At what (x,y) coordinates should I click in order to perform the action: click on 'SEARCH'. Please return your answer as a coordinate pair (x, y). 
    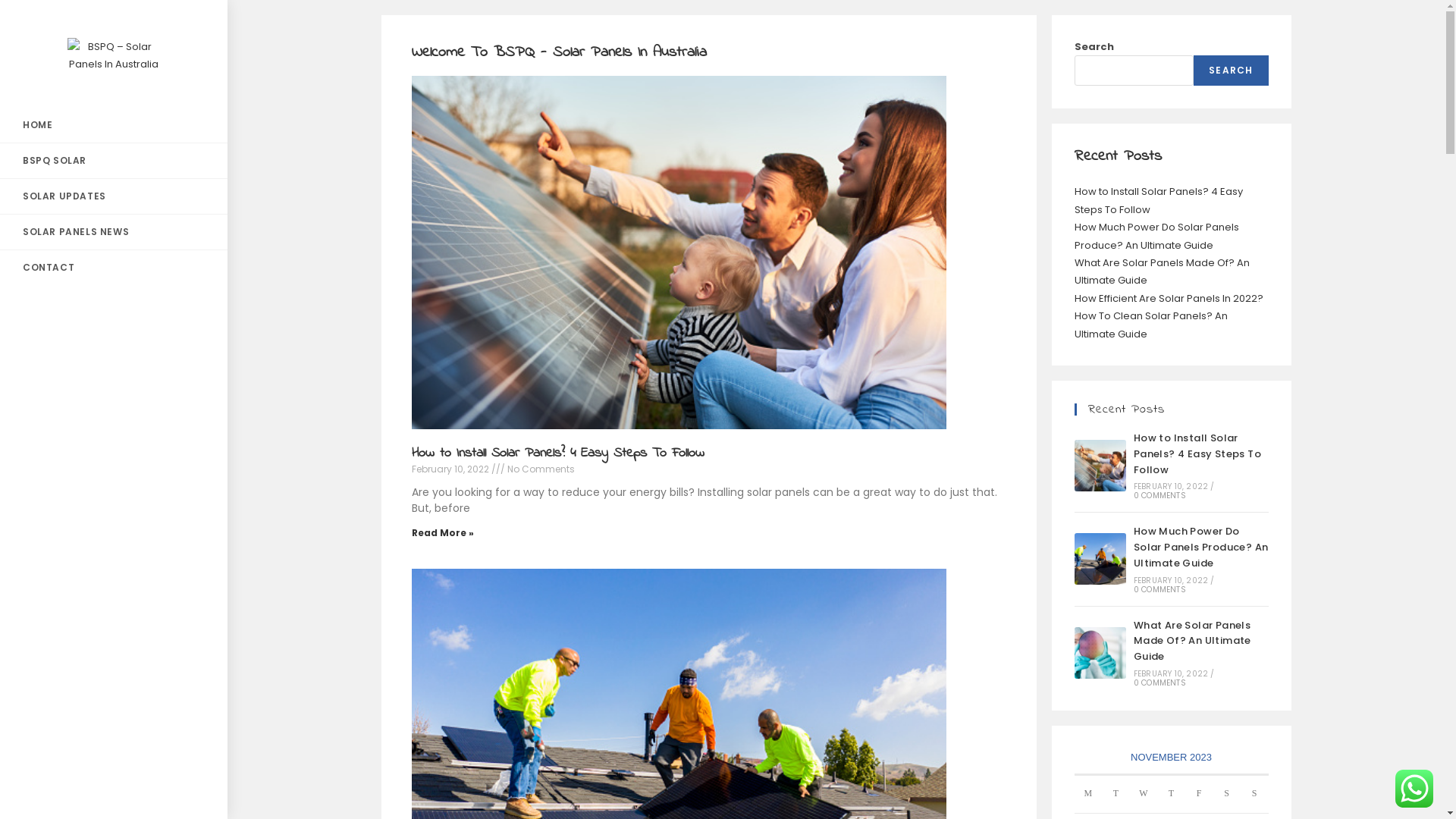
    Looking at the image, I should click on (1230, 70).